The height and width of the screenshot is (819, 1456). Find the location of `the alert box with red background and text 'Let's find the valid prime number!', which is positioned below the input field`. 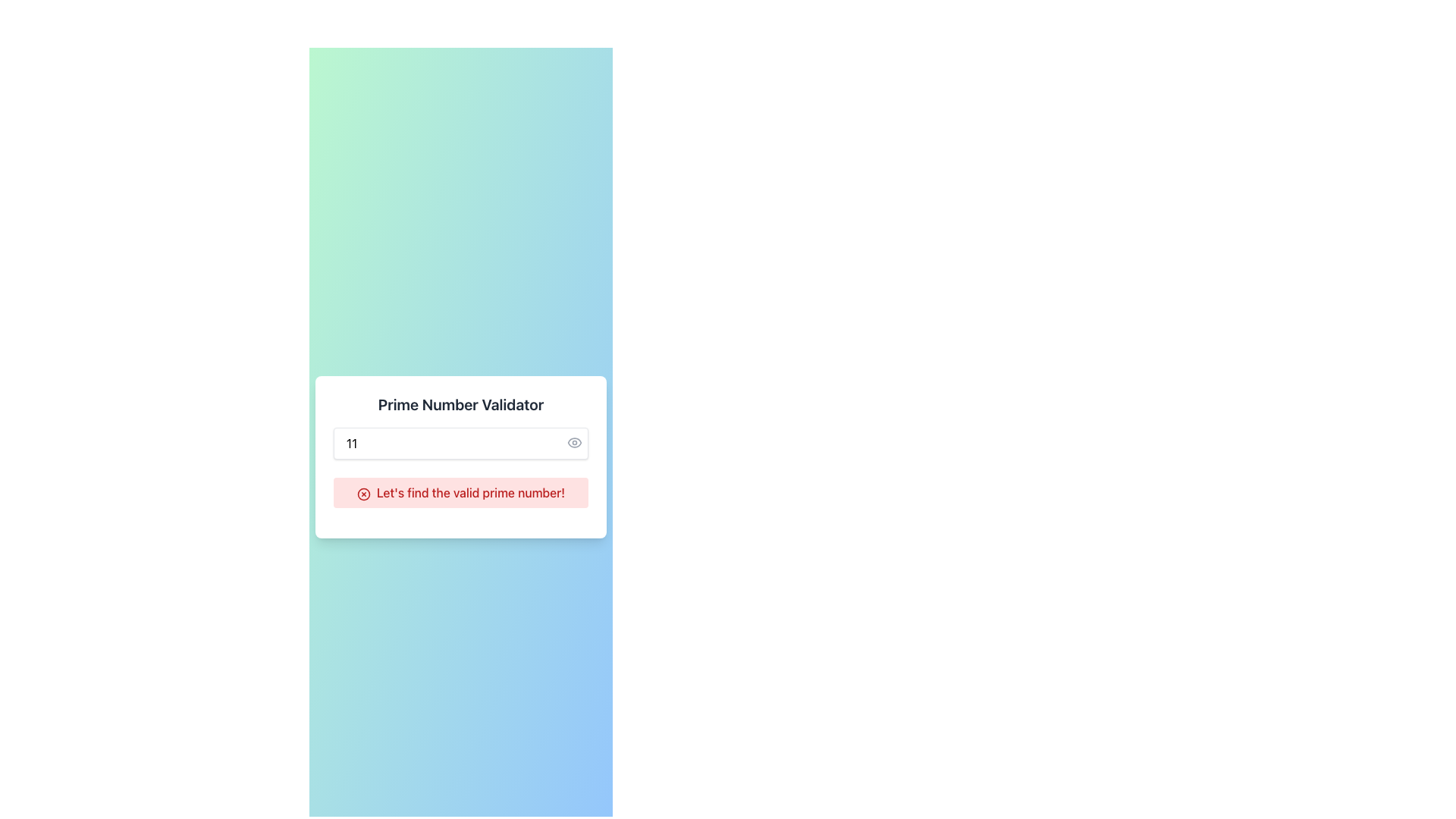

the alert box with red background and text 'Let's find the valid prime number!', which is positioned below the input field is located at coordinates (460, 493).